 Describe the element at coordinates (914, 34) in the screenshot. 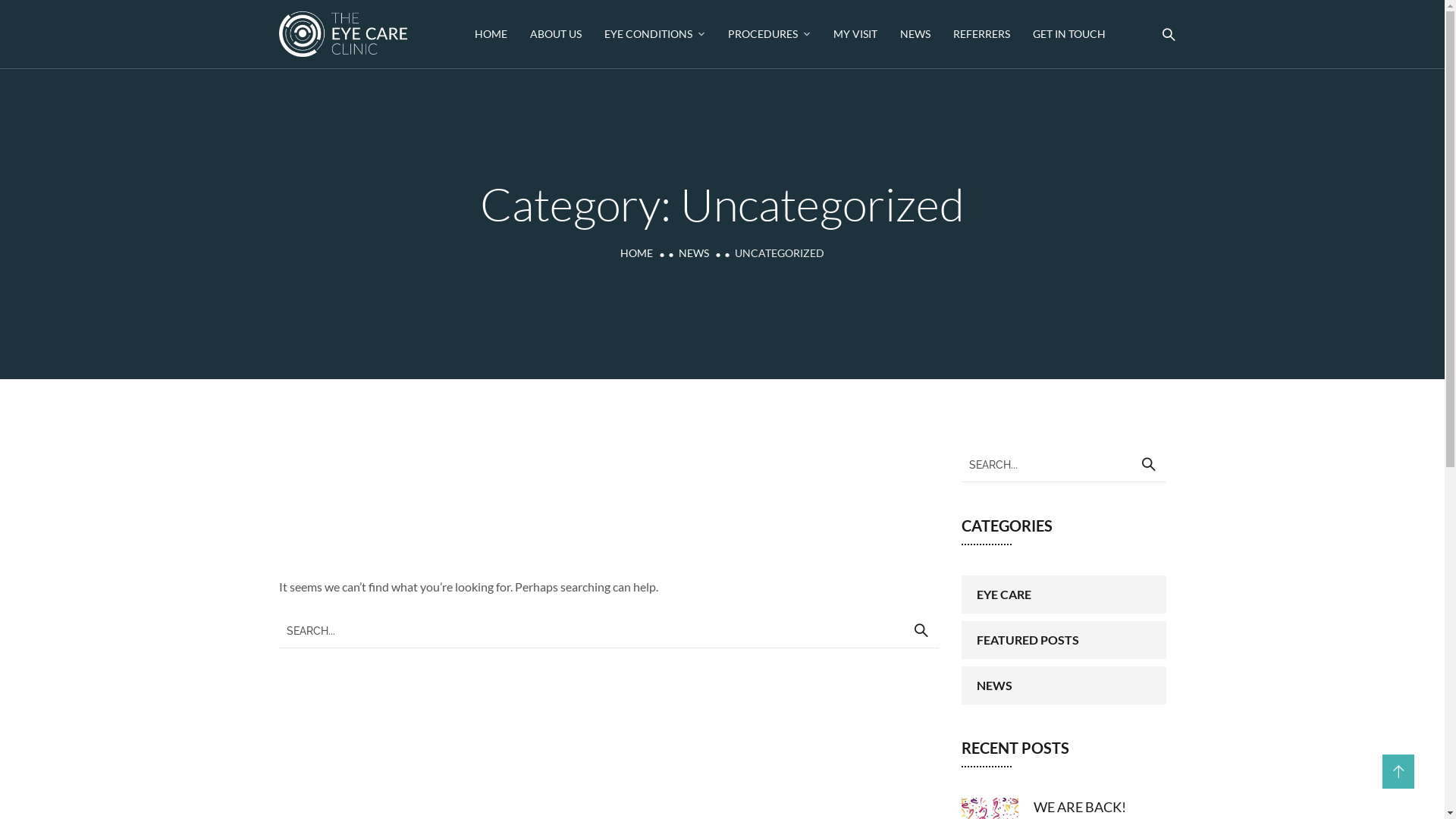

I see `'NEWS'` at that location.